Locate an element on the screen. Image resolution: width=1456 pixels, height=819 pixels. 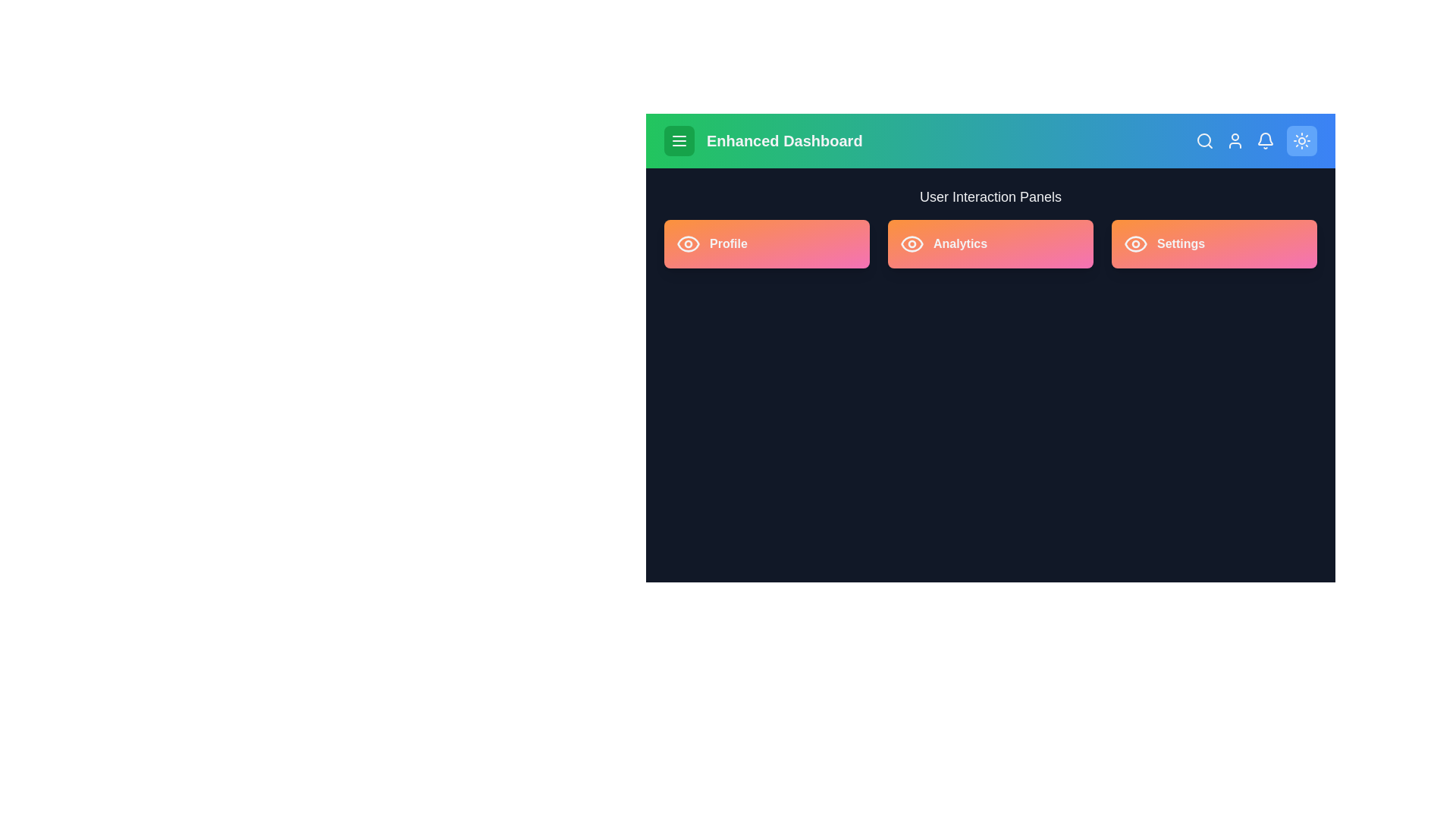
the 'Analytics' panel to open it is located at coordinates (990, 243).